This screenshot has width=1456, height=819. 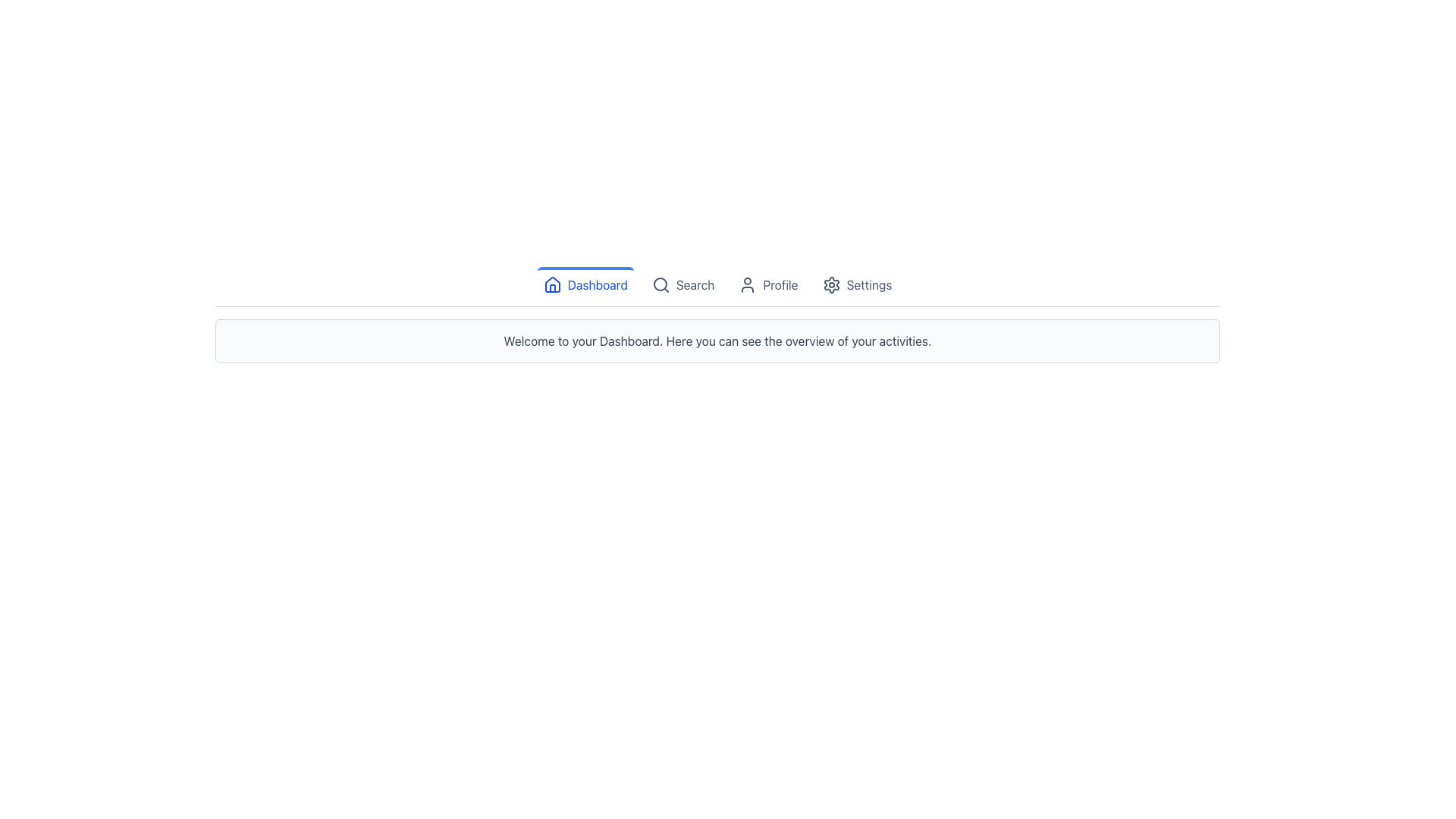 What do you see at coordinates (551, 288) in the screenshot?
I see `door graphic element of the house icon located in the top navigation bar near the 'Dashboard' label using developer tools` at bounding box center [551, 288].